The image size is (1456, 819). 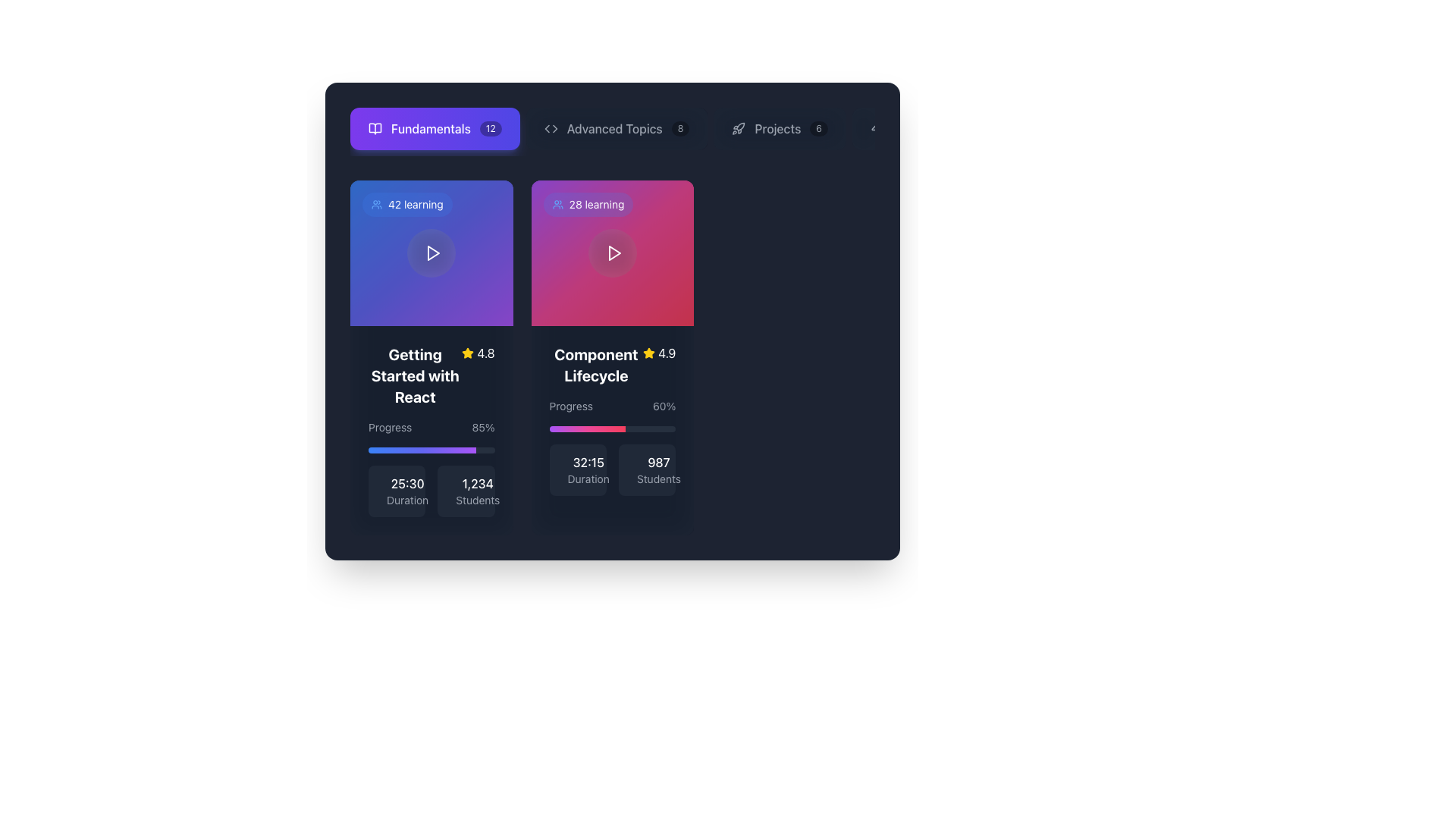 I want to click on the 'Projects' button, which is the third item in the horizontal menu bar, so click(x=780, y=127).